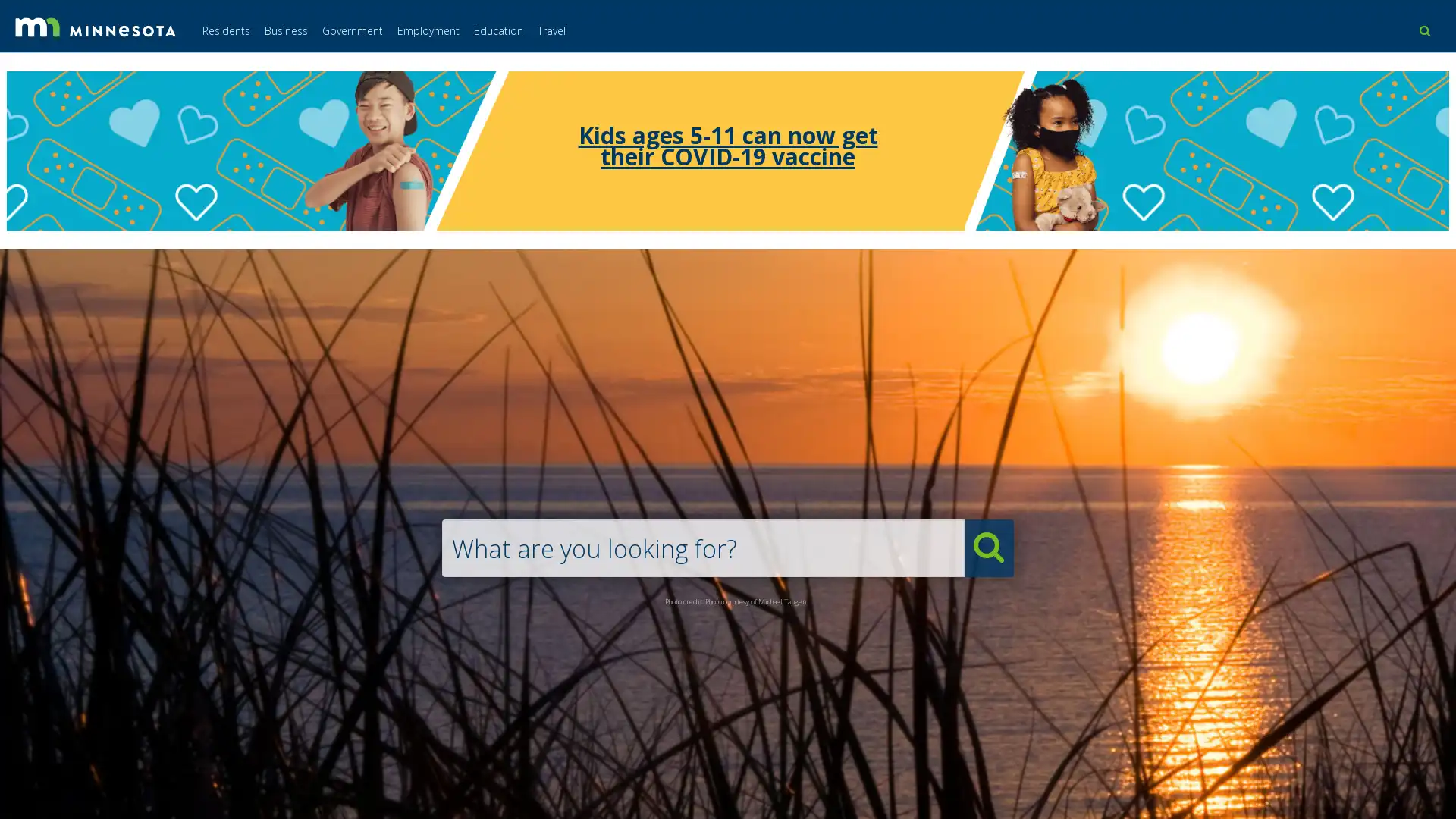 Image resolution: width=1456 pixels, height=819 pixels. I want to click on use this button to toggle the search field, so click(1424, 30).